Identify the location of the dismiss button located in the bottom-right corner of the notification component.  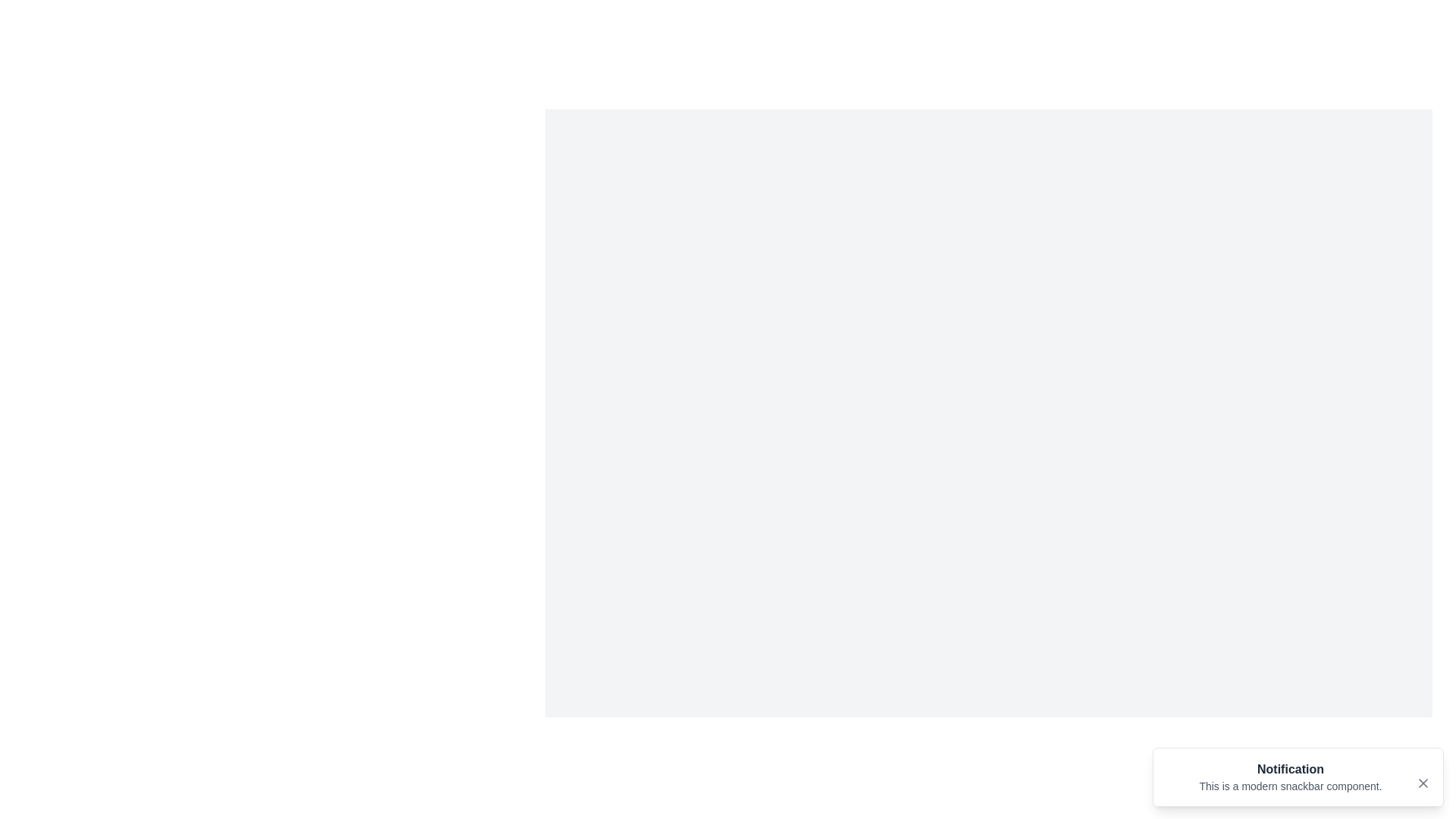
(1422, 783).